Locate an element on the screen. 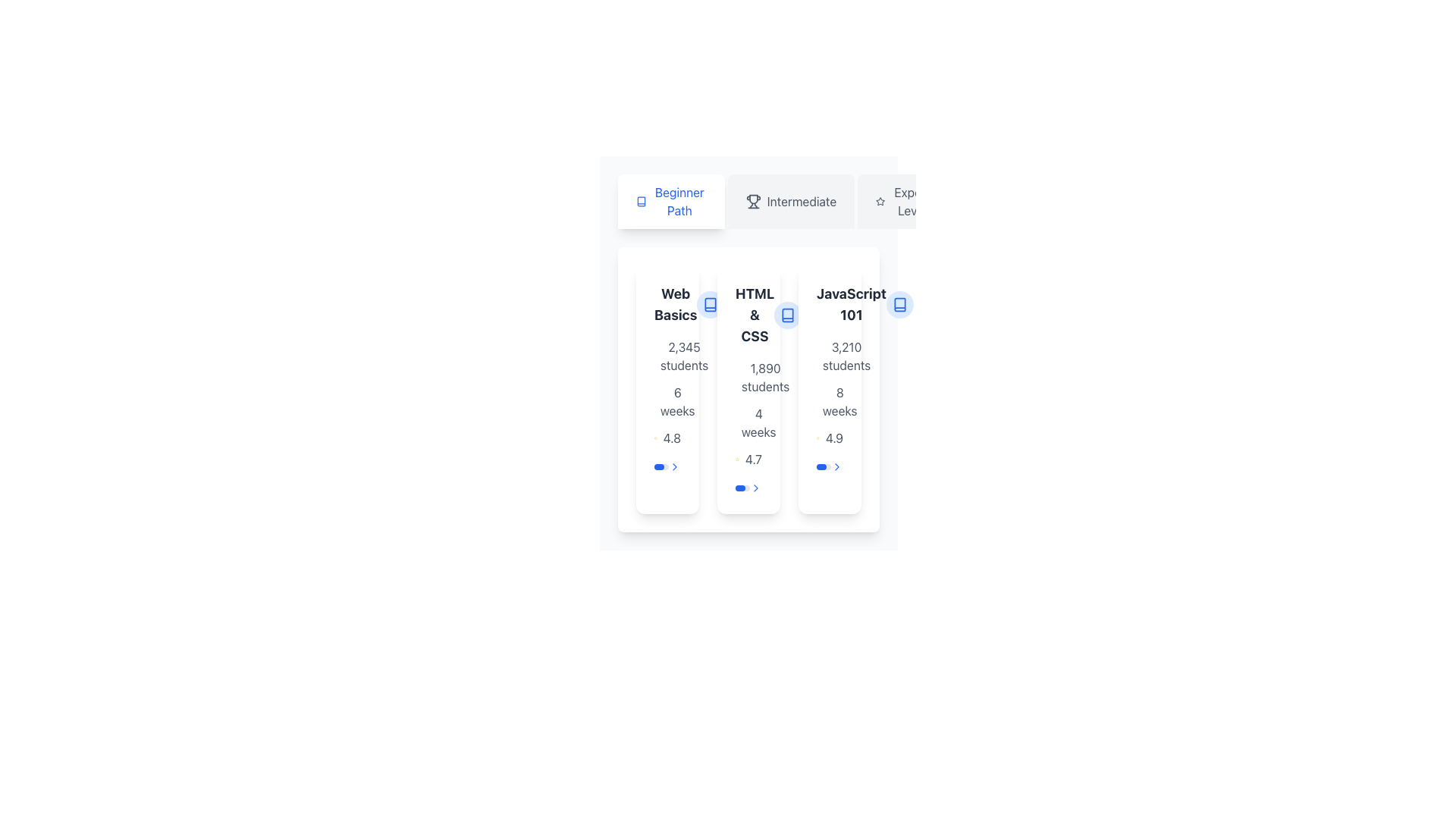 The image size is (1456, 819). the text label displaying '2,345 students', which is styled in a standard sans-serif font and located beneath the 'Web Basics' title in the main content area is located at coordinates (683, 356).